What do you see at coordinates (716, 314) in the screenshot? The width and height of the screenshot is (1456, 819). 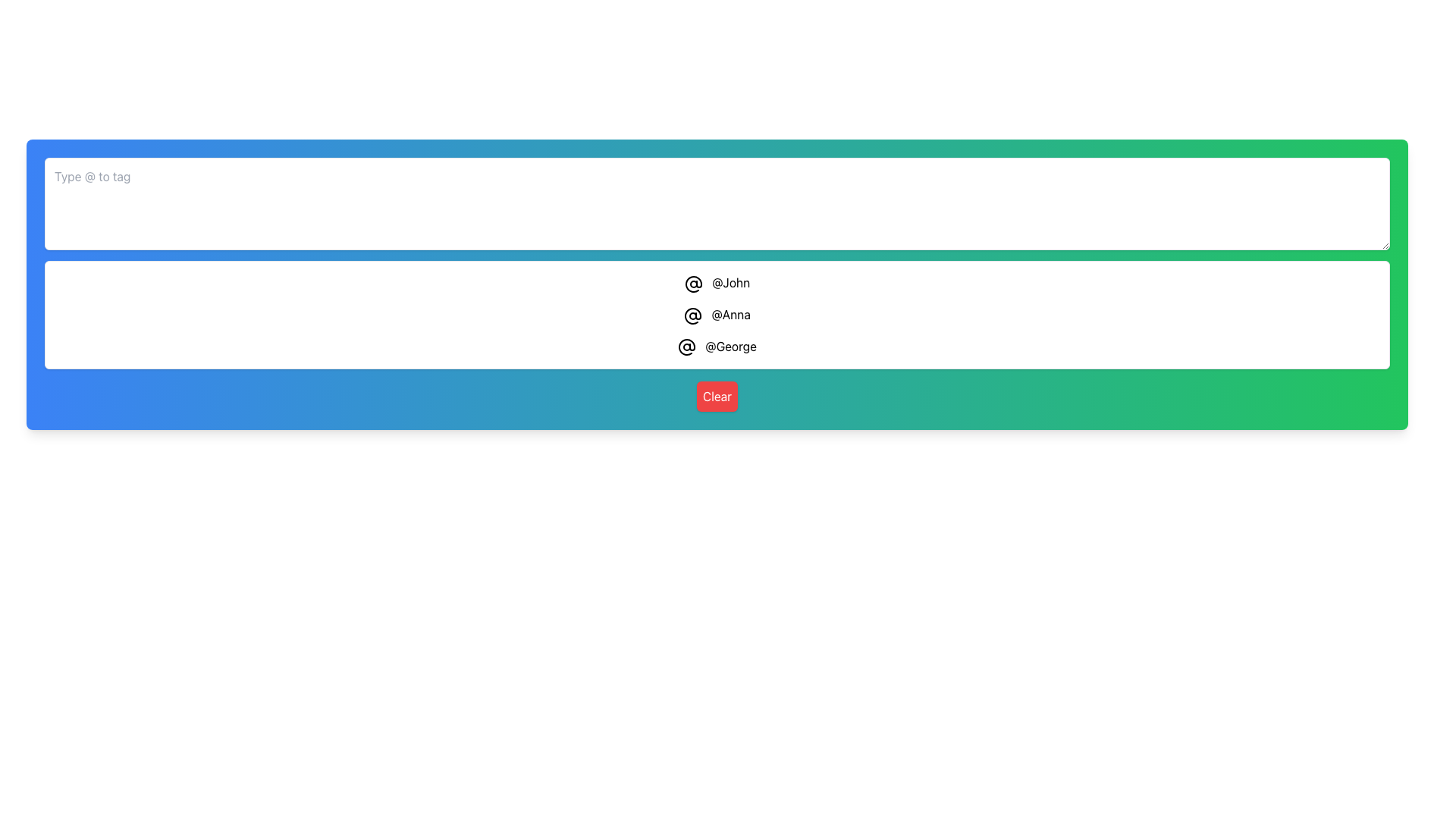 I see `the selectable list item displaying the text '@Anna' to activate its visual feedback` at bounding box center [716, 314].